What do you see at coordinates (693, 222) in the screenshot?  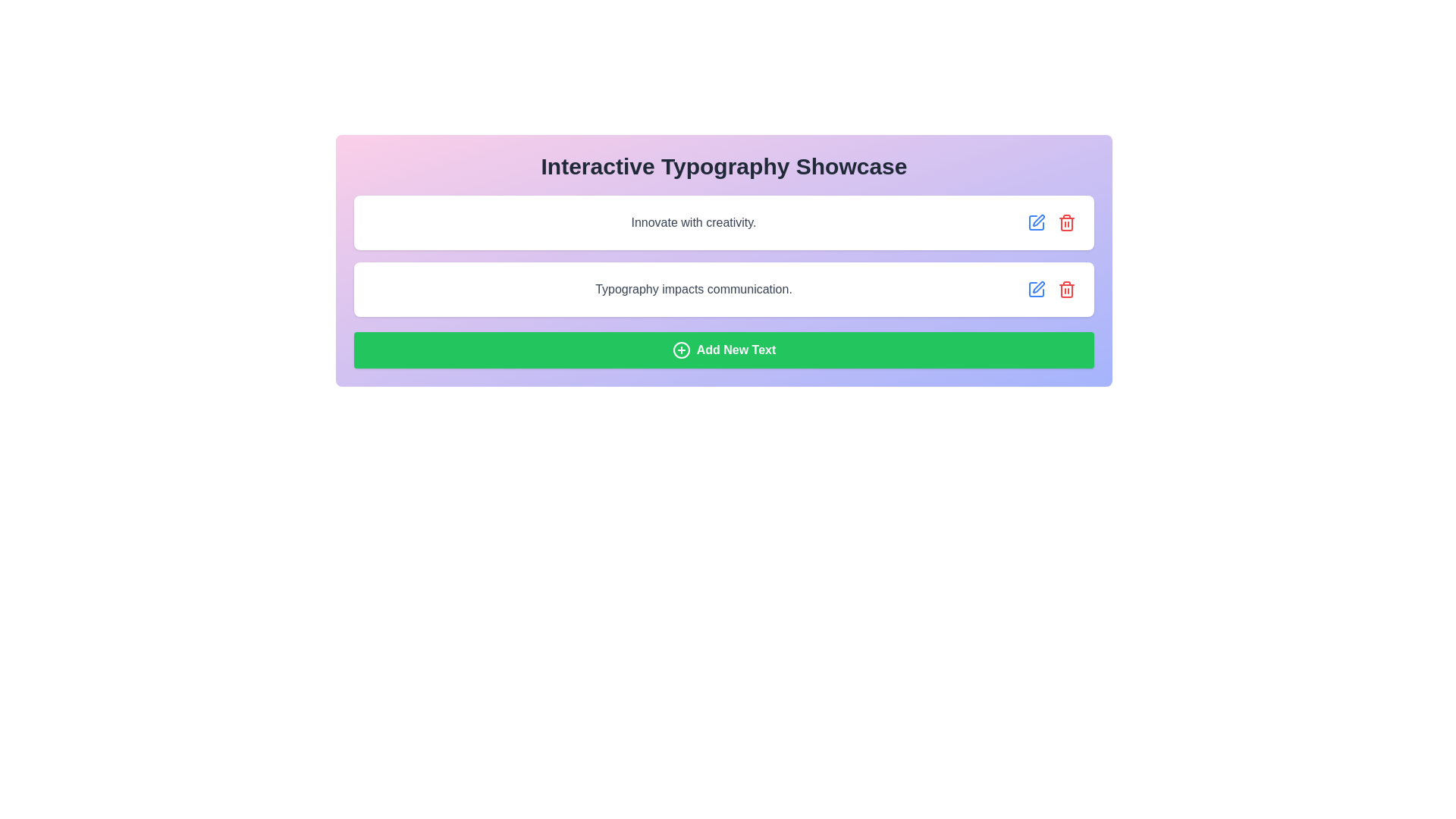 I see `the static display text located in the first box under the title 'Interactive Typography Showcase', which serves as the main text content and is horizontally centered within the box` at bounding box center [693, 222].